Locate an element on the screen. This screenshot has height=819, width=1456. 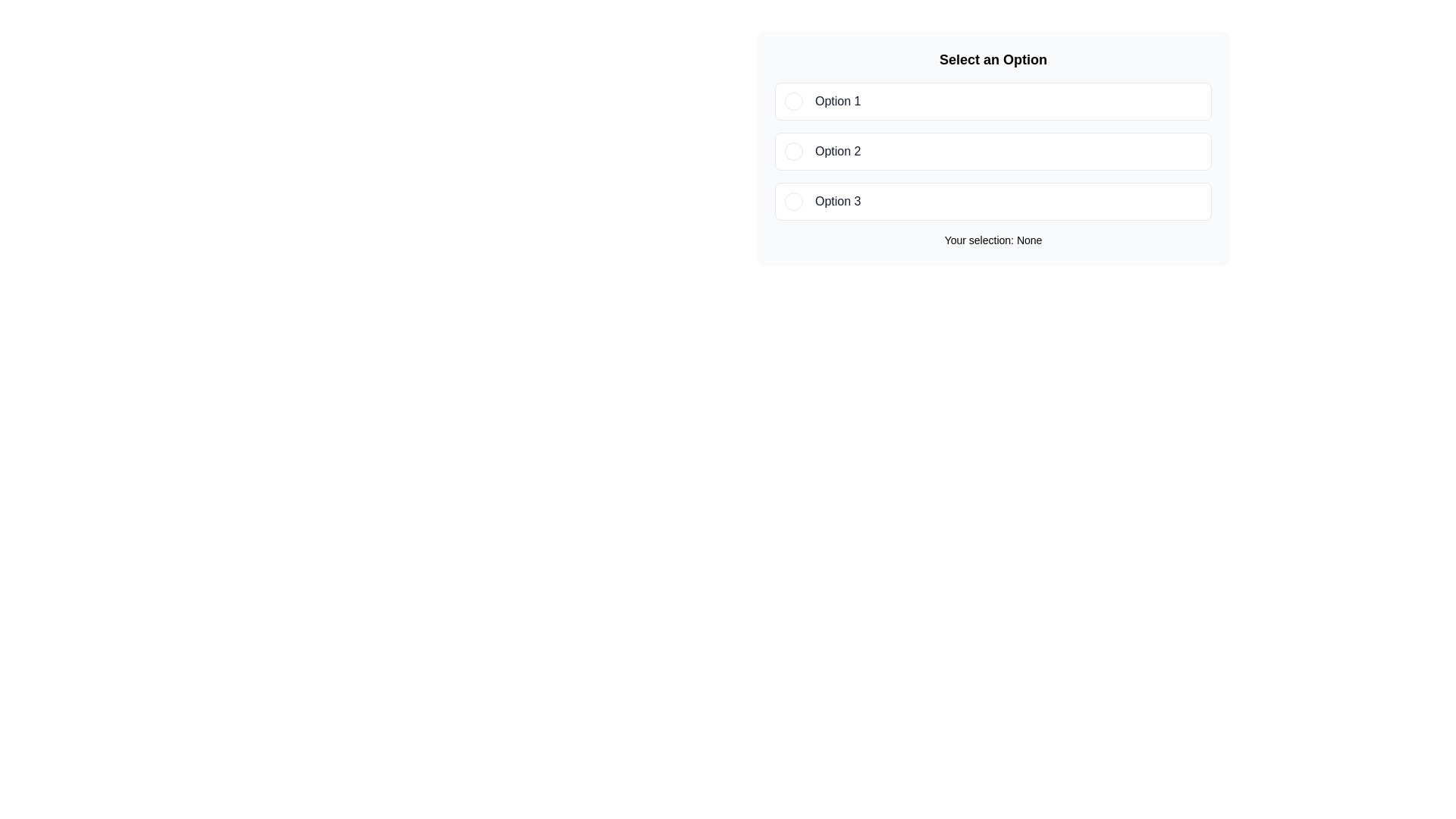
the first selectable option in the list labeled 'Option 1' is located at coordinates (993, 102).